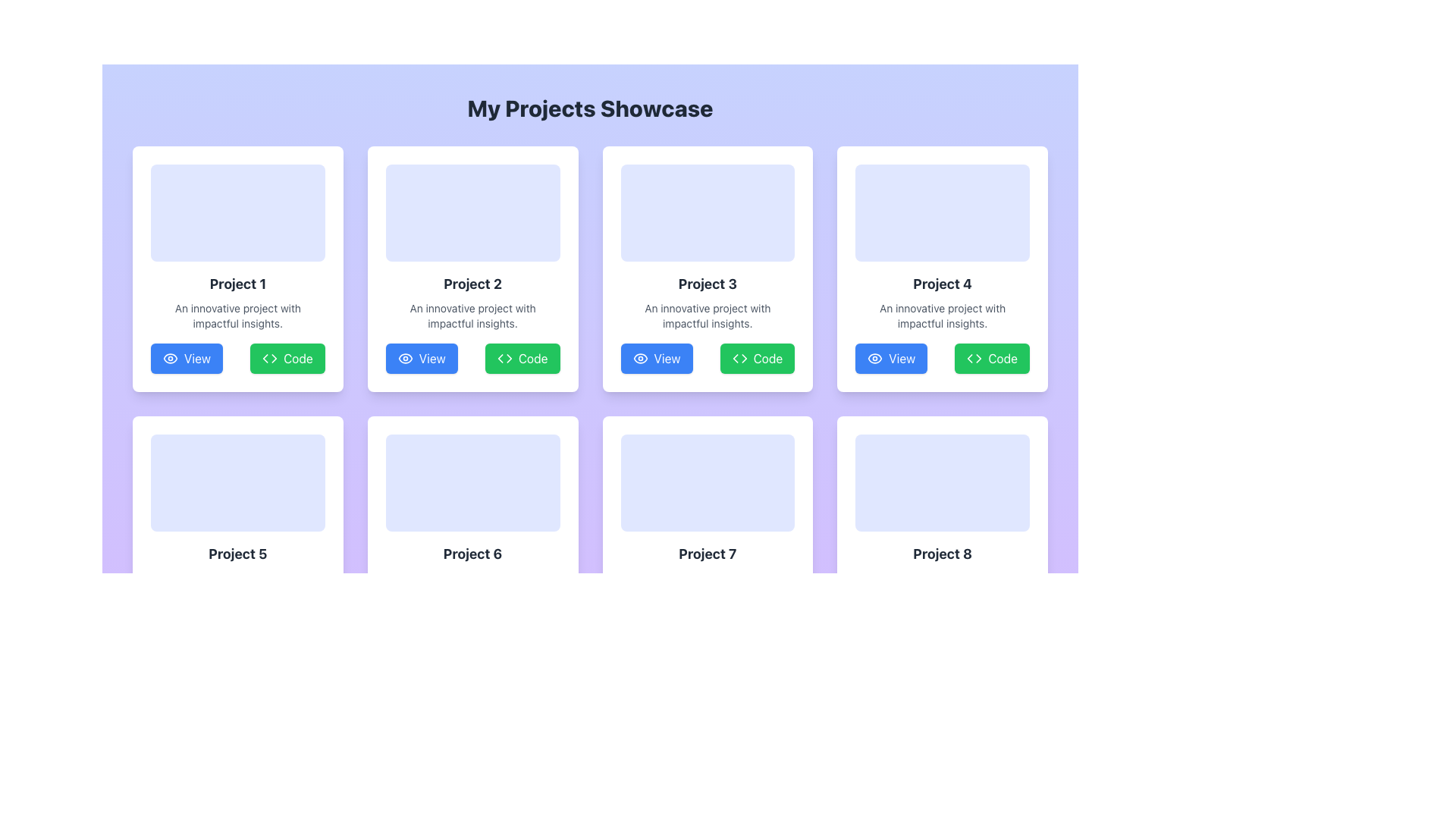 The image size is (1456, 819). I want to click on text block containing 'An innovative project with impactful insights.' located beneath the title 'Project 4' in the white card, so click(942, 315).